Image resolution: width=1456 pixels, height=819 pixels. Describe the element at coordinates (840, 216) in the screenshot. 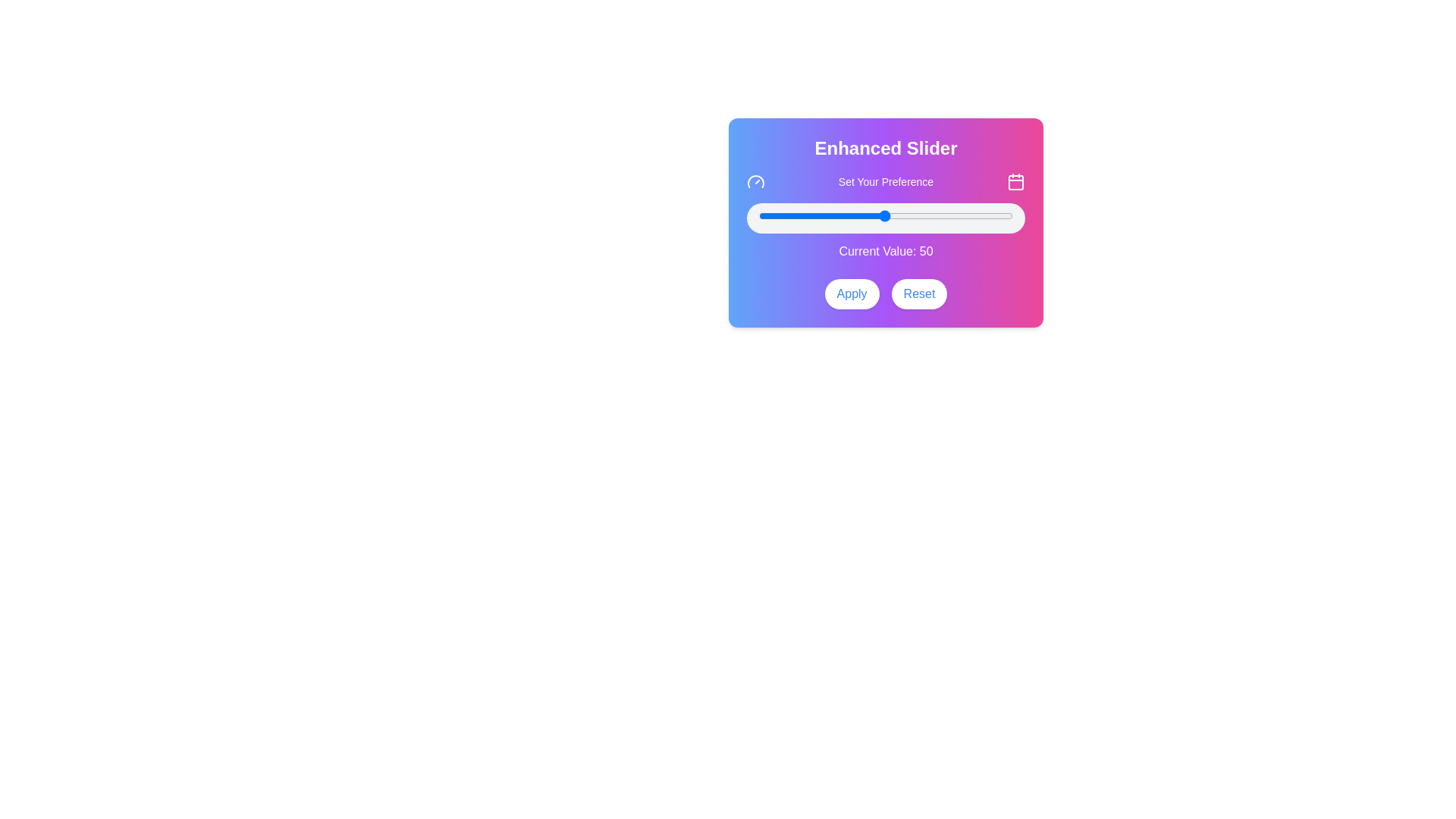

I see `the slider` at that location.